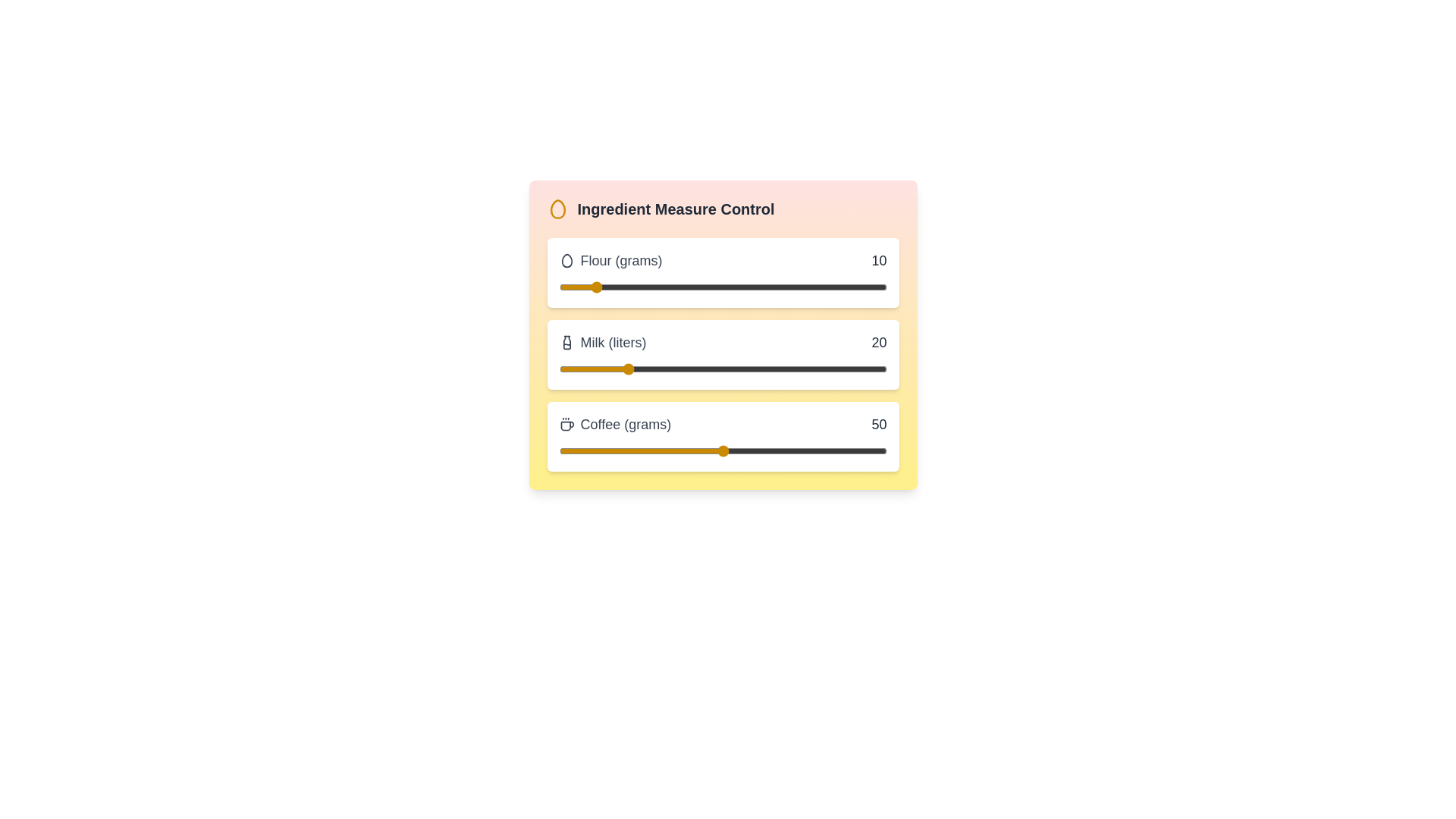 Image resolution: width=1456 pixels, height=819 pixels. I want to click on the milk quantity, so click(631, 369).